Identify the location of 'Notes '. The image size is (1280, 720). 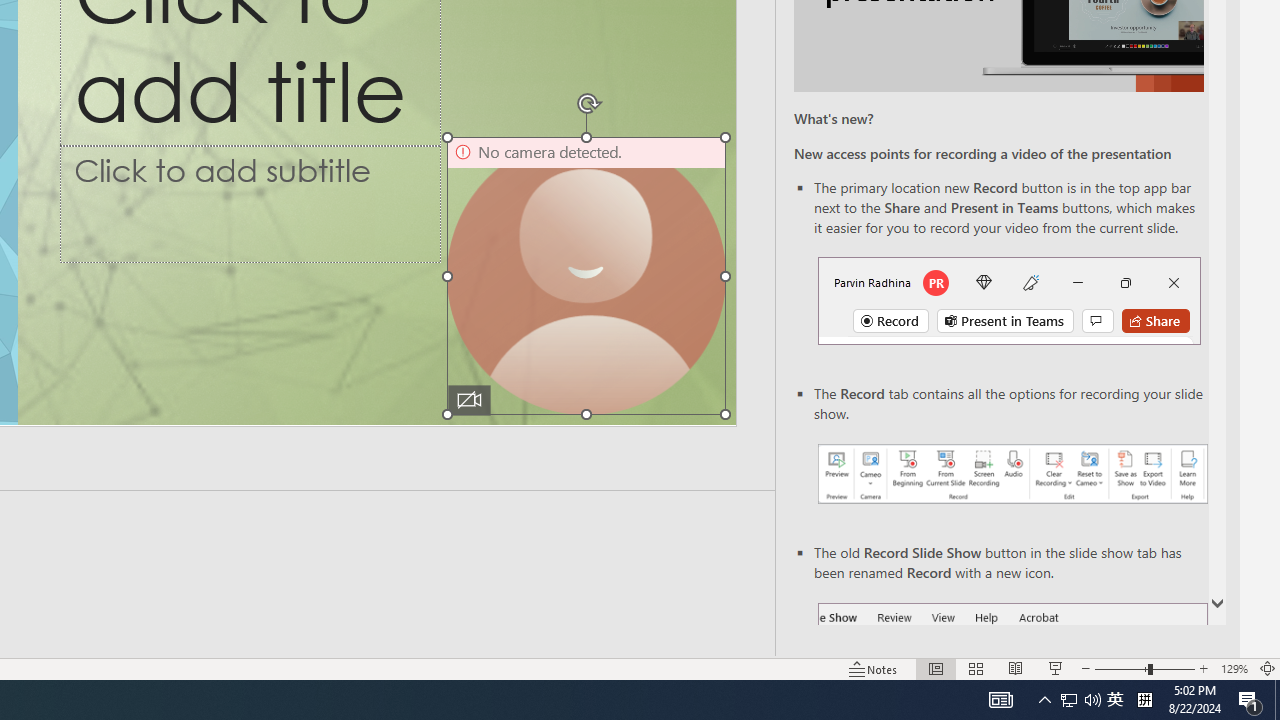
(874, 669).